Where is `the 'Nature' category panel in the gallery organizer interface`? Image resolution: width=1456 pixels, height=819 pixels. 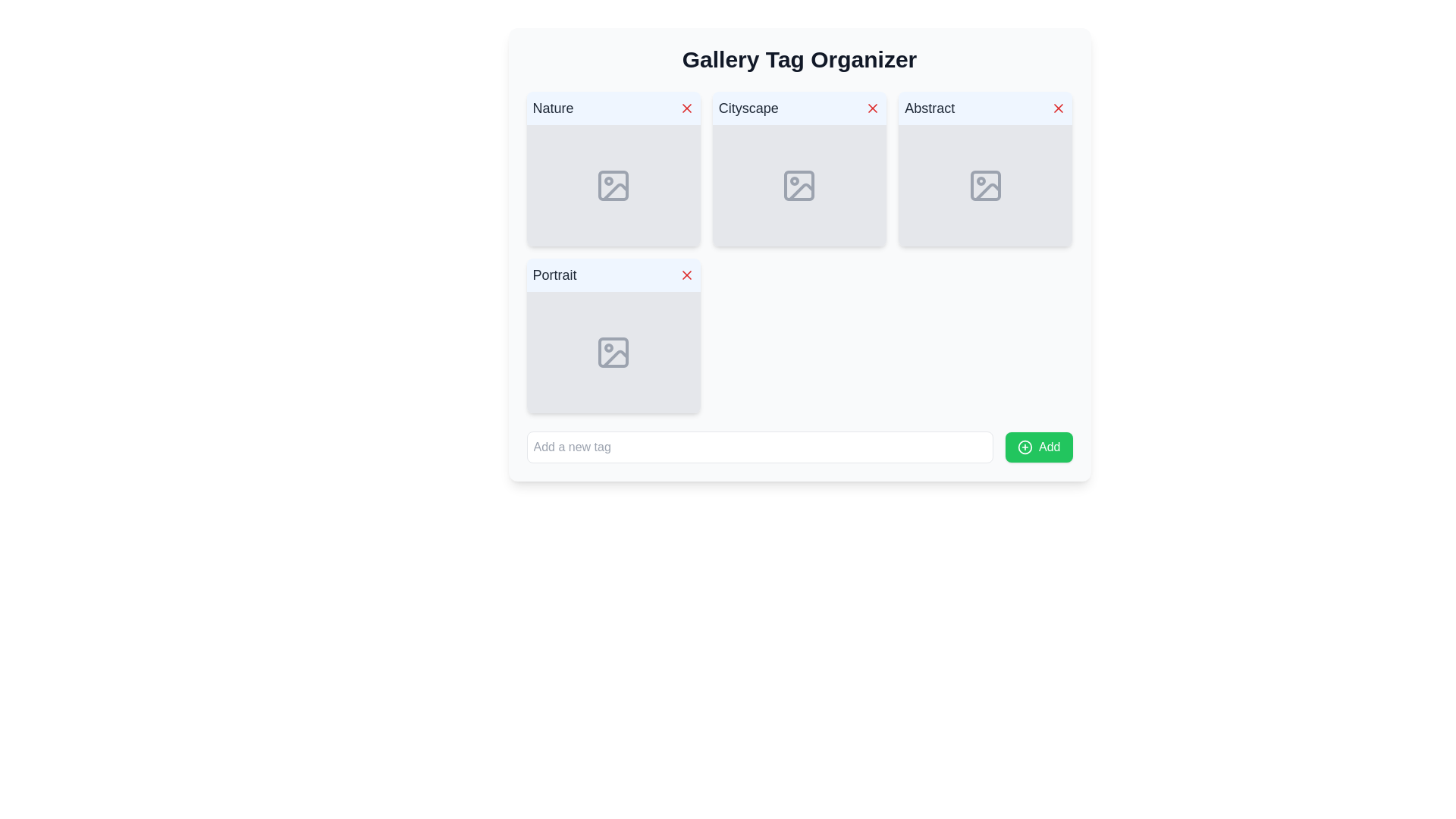
the 'Nature' category panel in the gallery organizer interface is located at coordinates (613, 169).